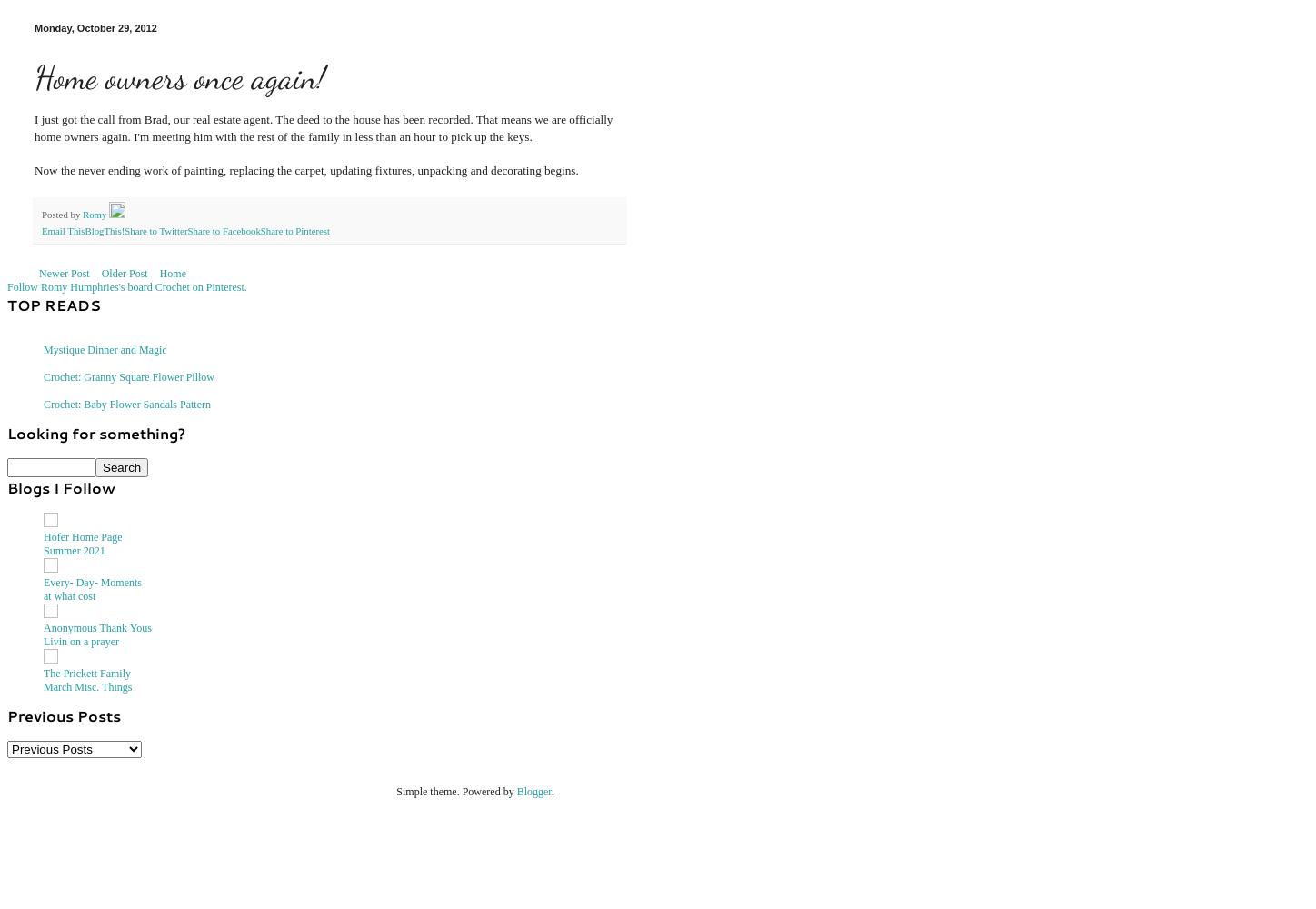 The width and height of the screenshot is (1316, 909). I want to click on 'Blogs I Follow', so click(6, 486).